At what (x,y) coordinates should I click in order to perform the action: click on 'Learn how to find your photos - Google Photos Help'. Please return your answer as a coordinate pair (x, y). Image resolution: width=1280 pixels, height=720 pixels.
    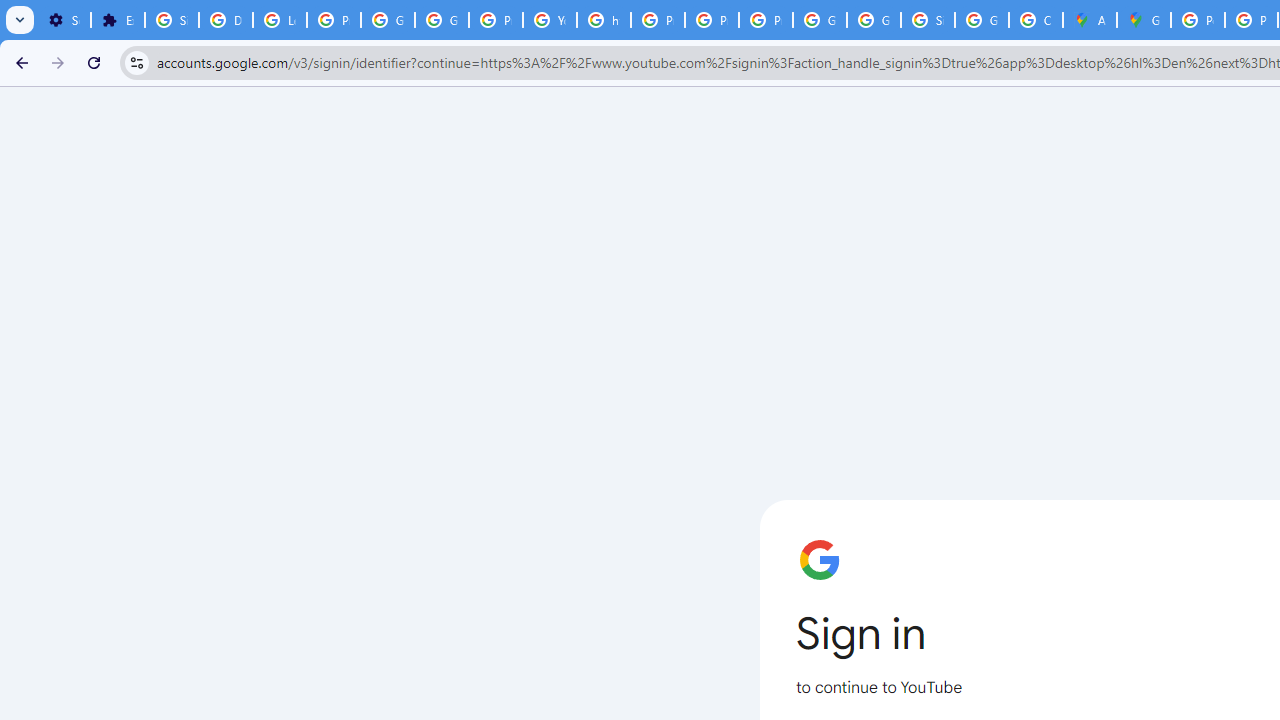
    Looking at the image, I should click on (279, 20).